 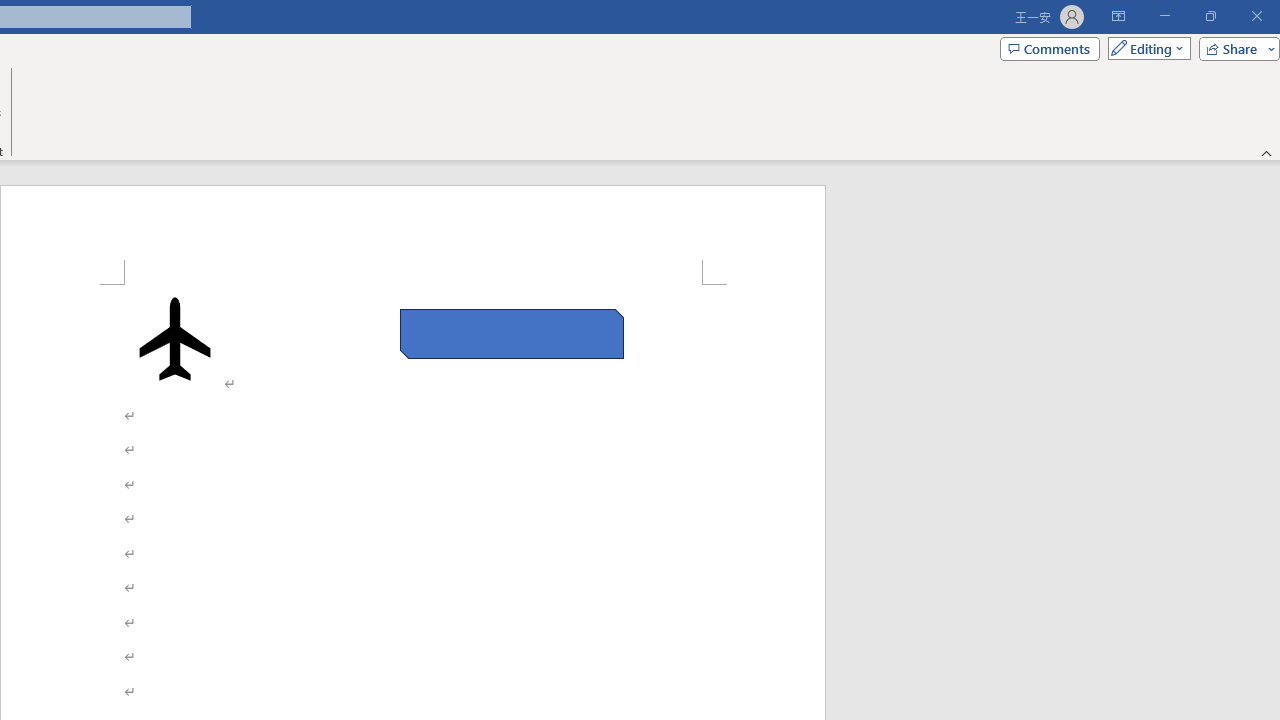 What do you see at coordinates (512, 333) in the screenshot?
I see `'Rectangle: Diagonal Corners Snipped 2'` at bounding box center [512, 333].